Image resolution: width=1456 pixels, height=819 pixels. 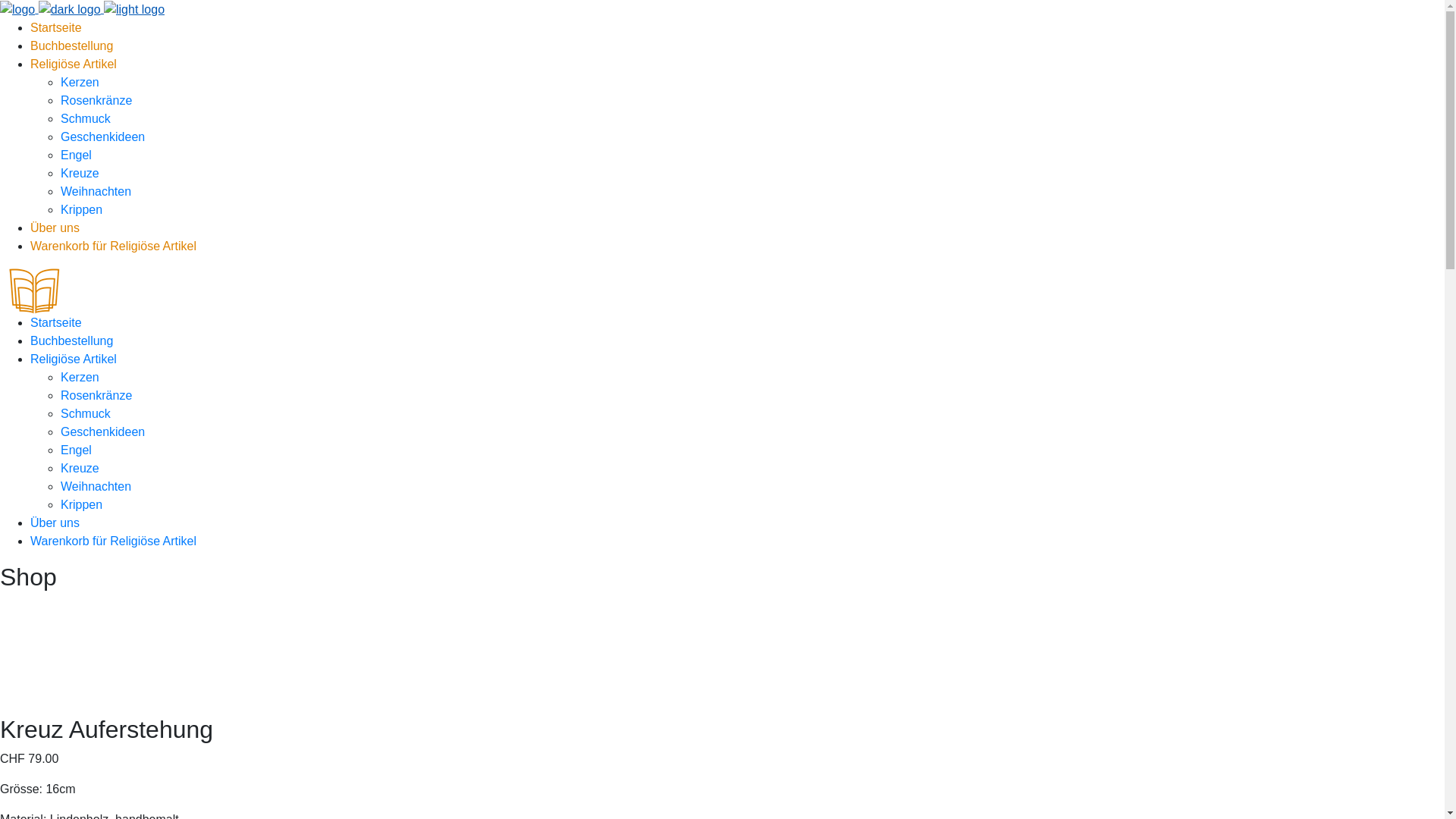 I want to click on 'Engel', so click(x=75, y=449).